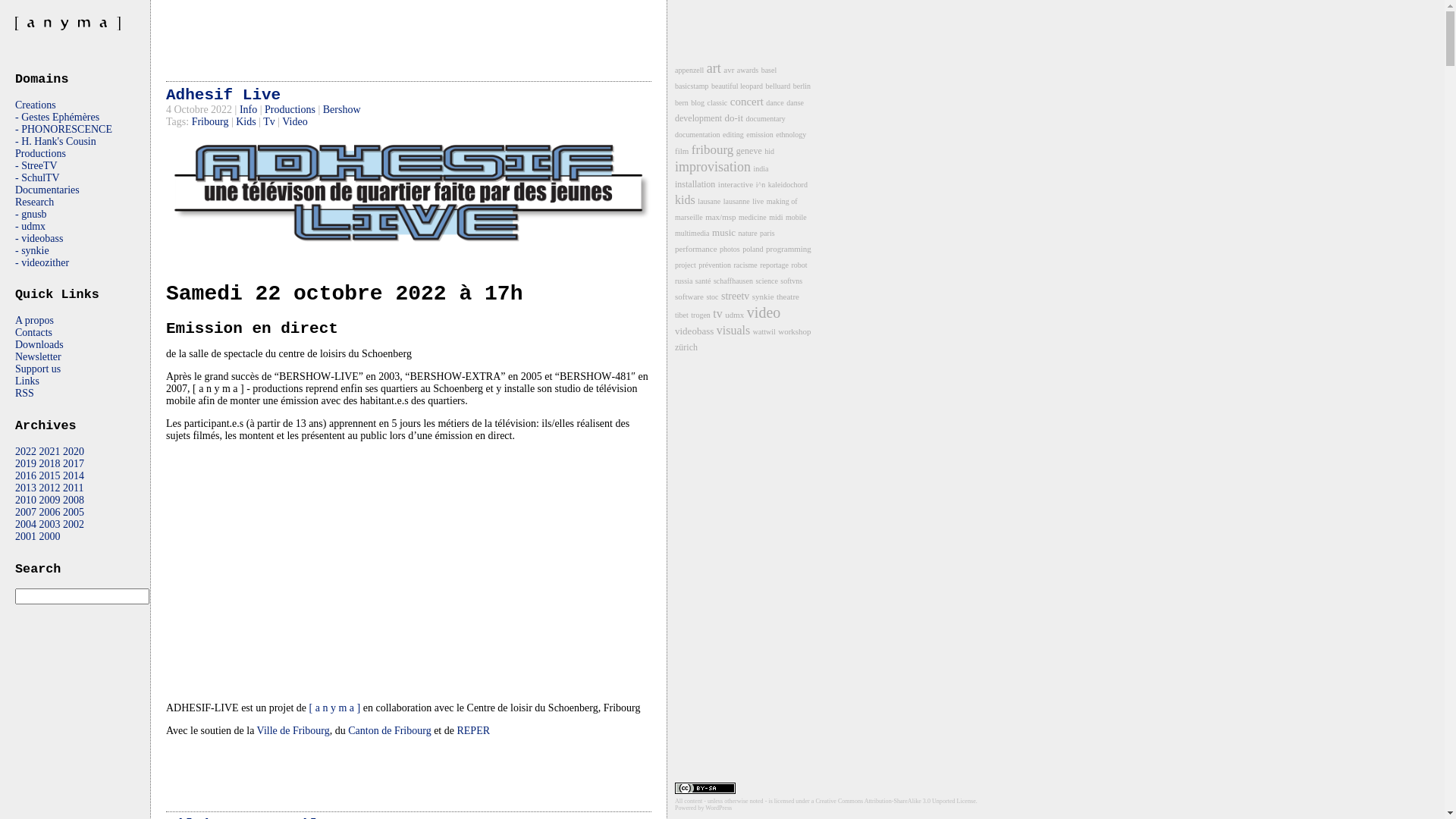 This screenshot has height=819, width=1456. What do you see at coordinates (50, 488) in the screenshot?
I see `'2012'` at bounding box center [50, 488].